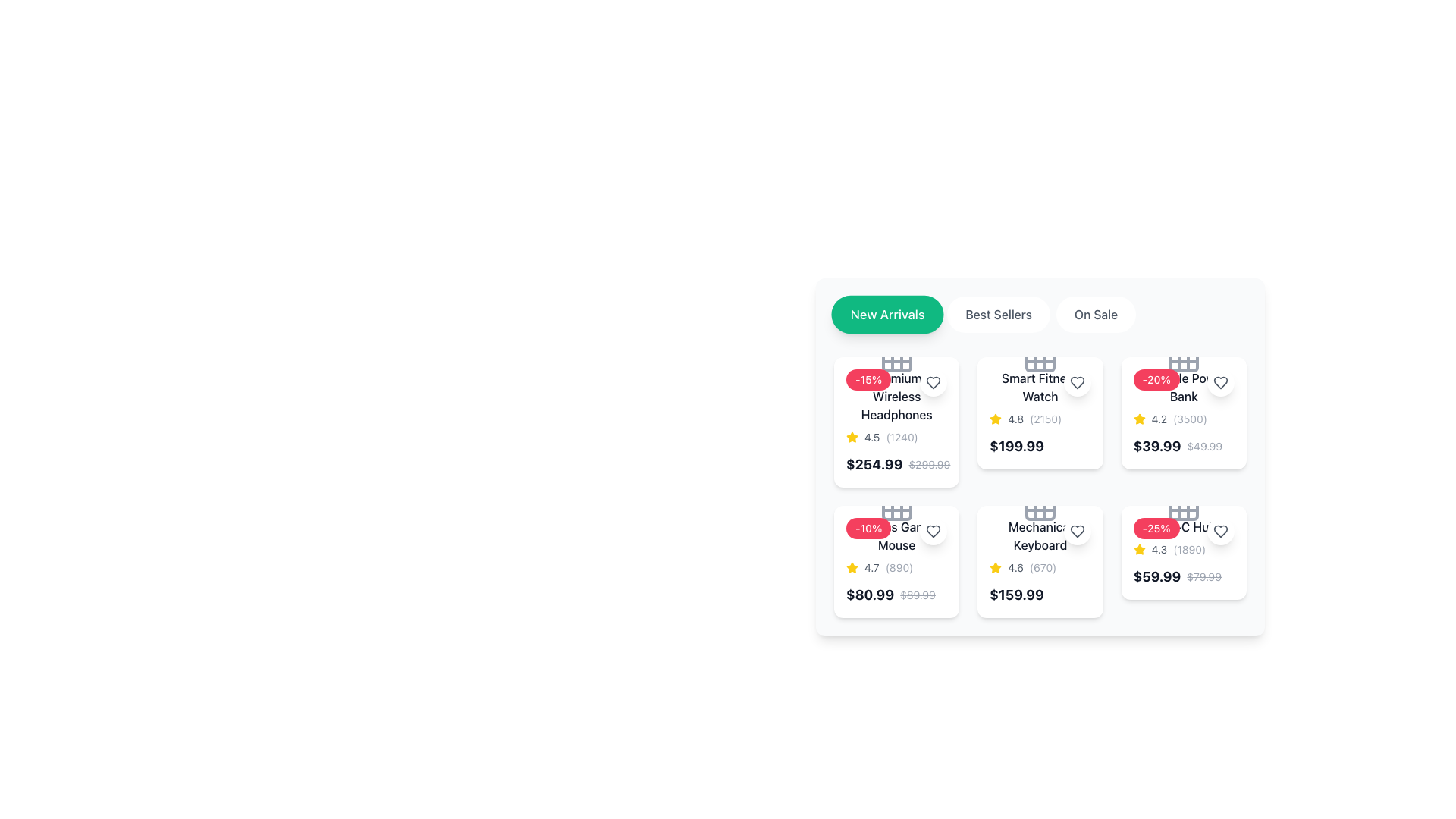 Image resolution: width=1456 pixels, height=819 pixels. What do you see at coordinates (887, 314) in the screenshot?
I see `the 'New Arrivals' button, which is the first button in a horizontal group of three buttons, to filter products by 'New Arrivals'` at bounding box center [887, 314].